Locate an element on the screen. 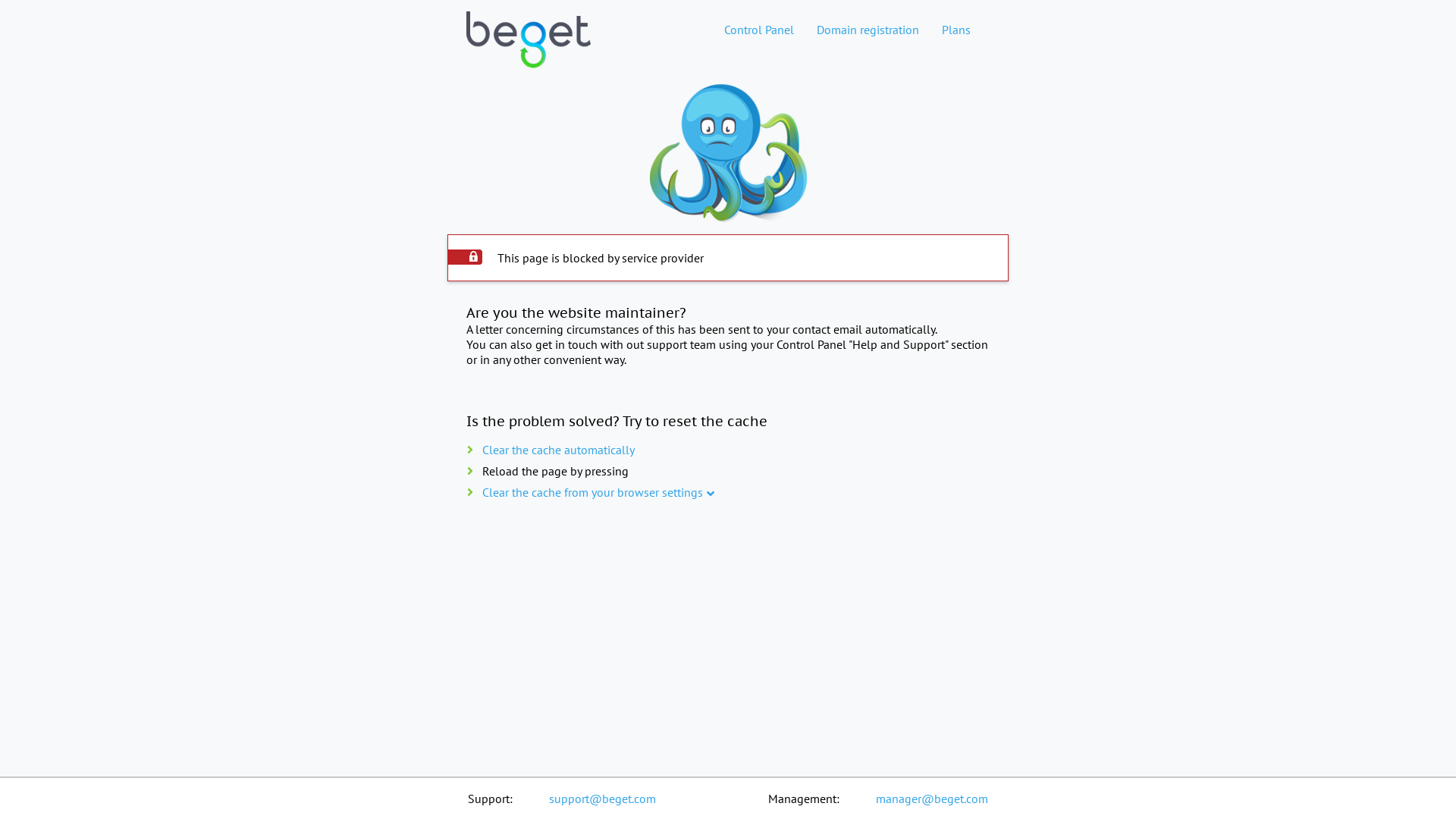 This screenshot has width=1456, height=819. 'manager@beget.com' is located at coordinates (876, 798).